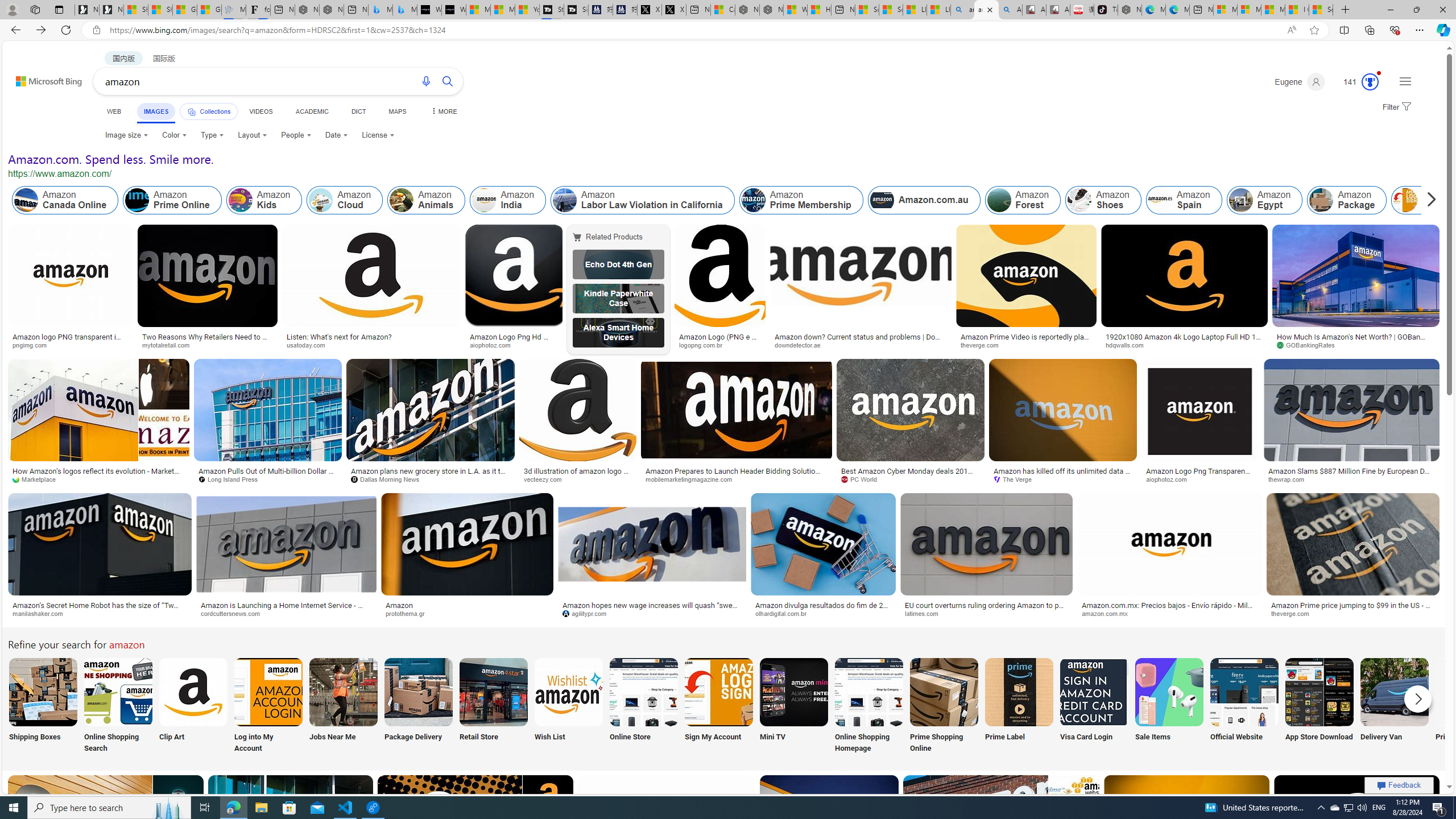  I want to click on 'hdqwalls.com', so click(1128, 344).